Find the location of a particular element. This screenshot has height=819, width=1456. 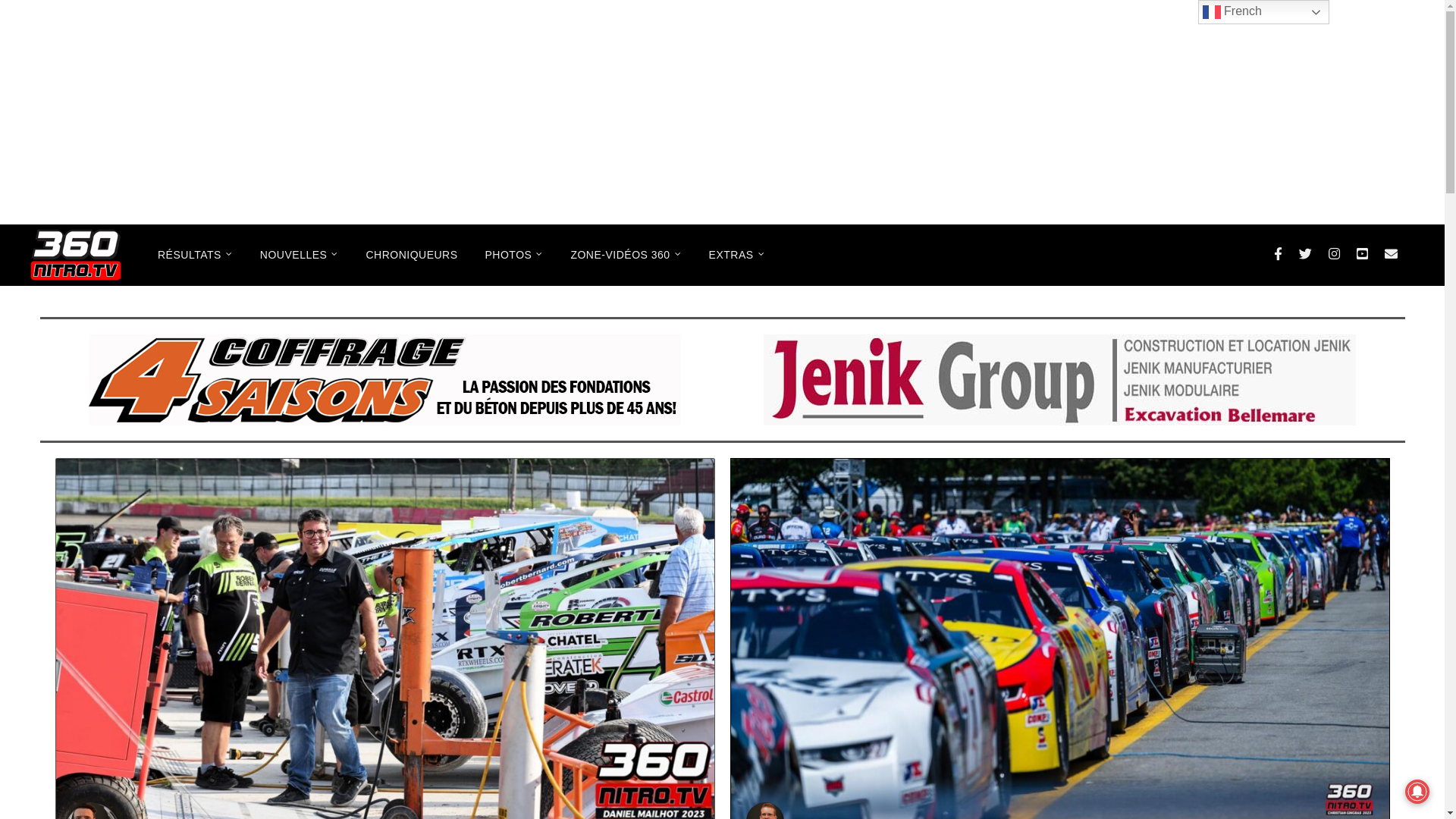

'Youtube' is located at coordinates (1362, 253).